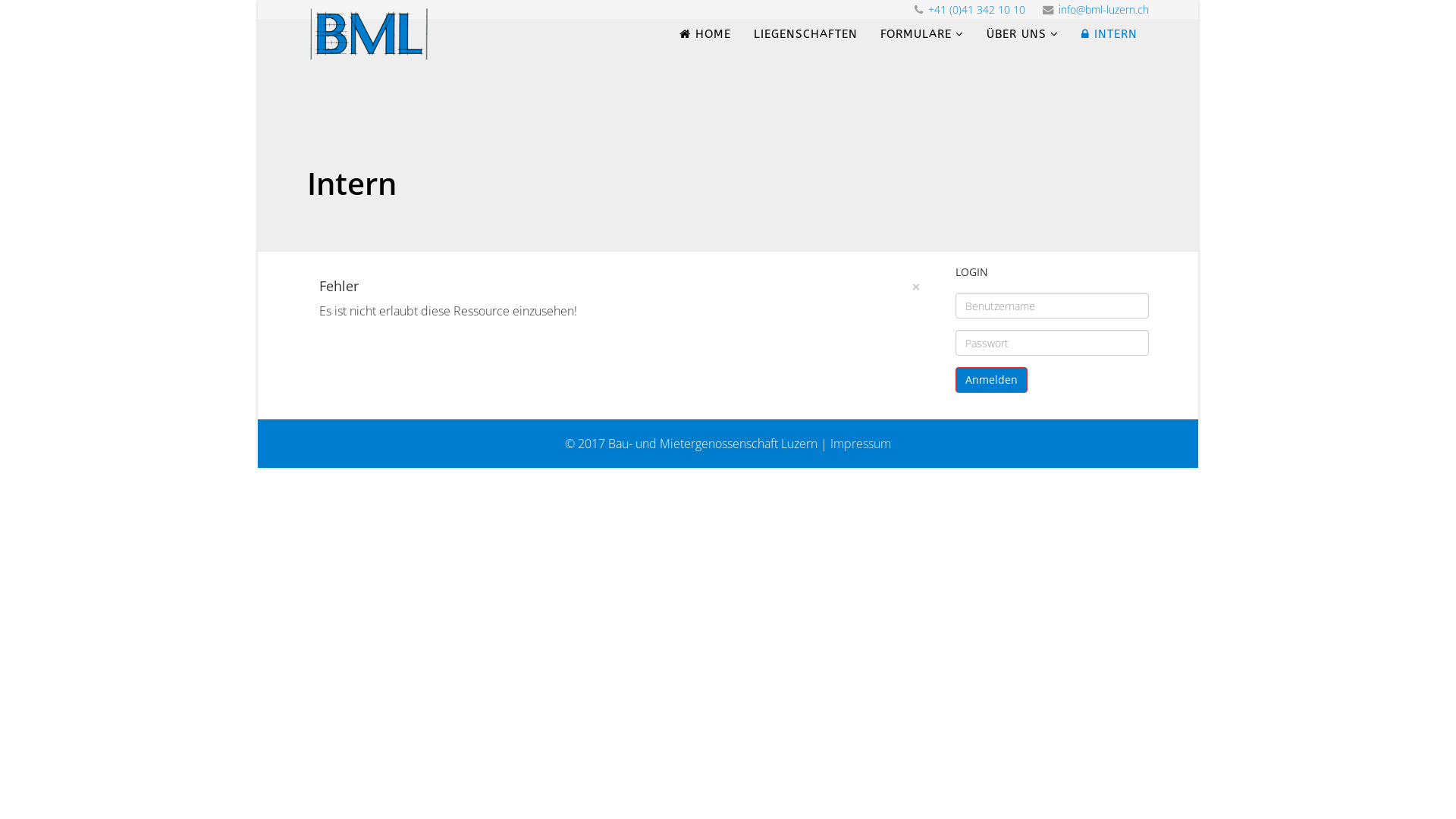 The image size is (1456, 819). What do you see at coordinates (991, 379) in the screenshot?
I see `'Anmelden'` at bounding box center [991, 379].